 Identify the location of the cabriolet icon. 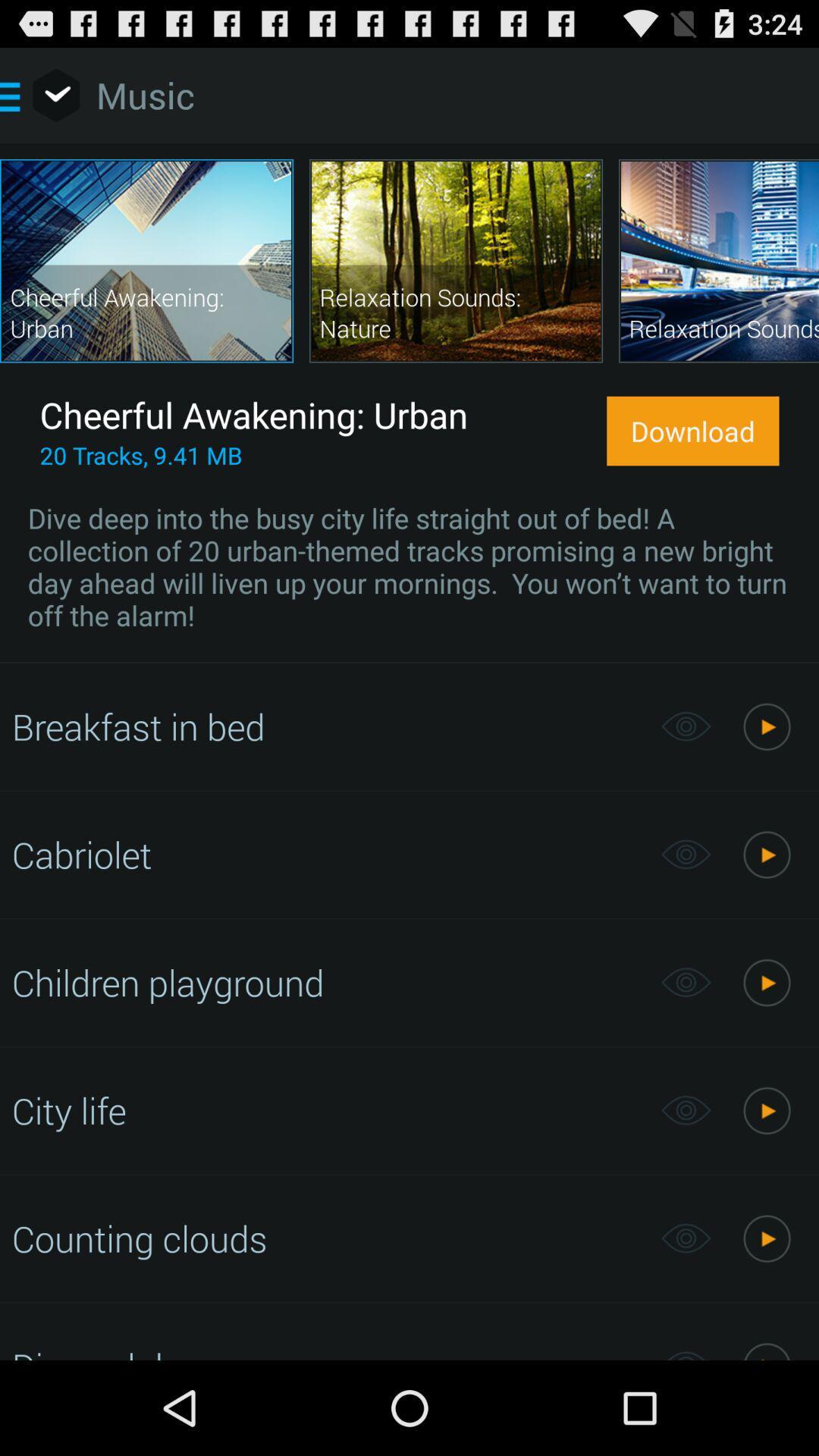
(328, 854).